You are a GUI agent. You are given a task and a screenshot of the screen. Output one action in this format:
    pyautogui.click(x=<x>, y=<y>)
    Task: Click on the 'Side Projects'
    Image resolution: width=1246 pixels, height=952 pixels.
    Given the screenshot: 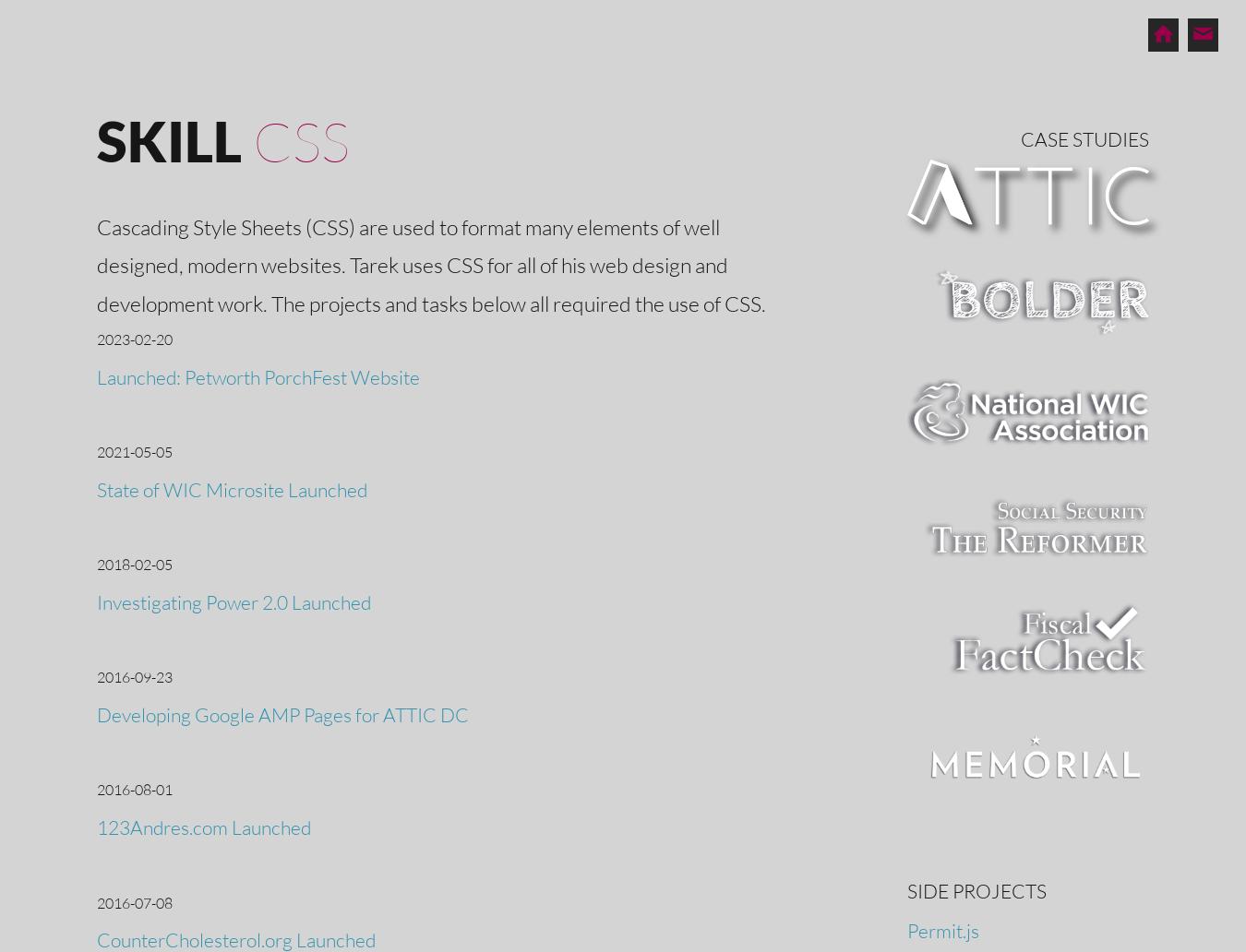 What is the action you would take?
    pyautogui.click(x=976, y=889)
    